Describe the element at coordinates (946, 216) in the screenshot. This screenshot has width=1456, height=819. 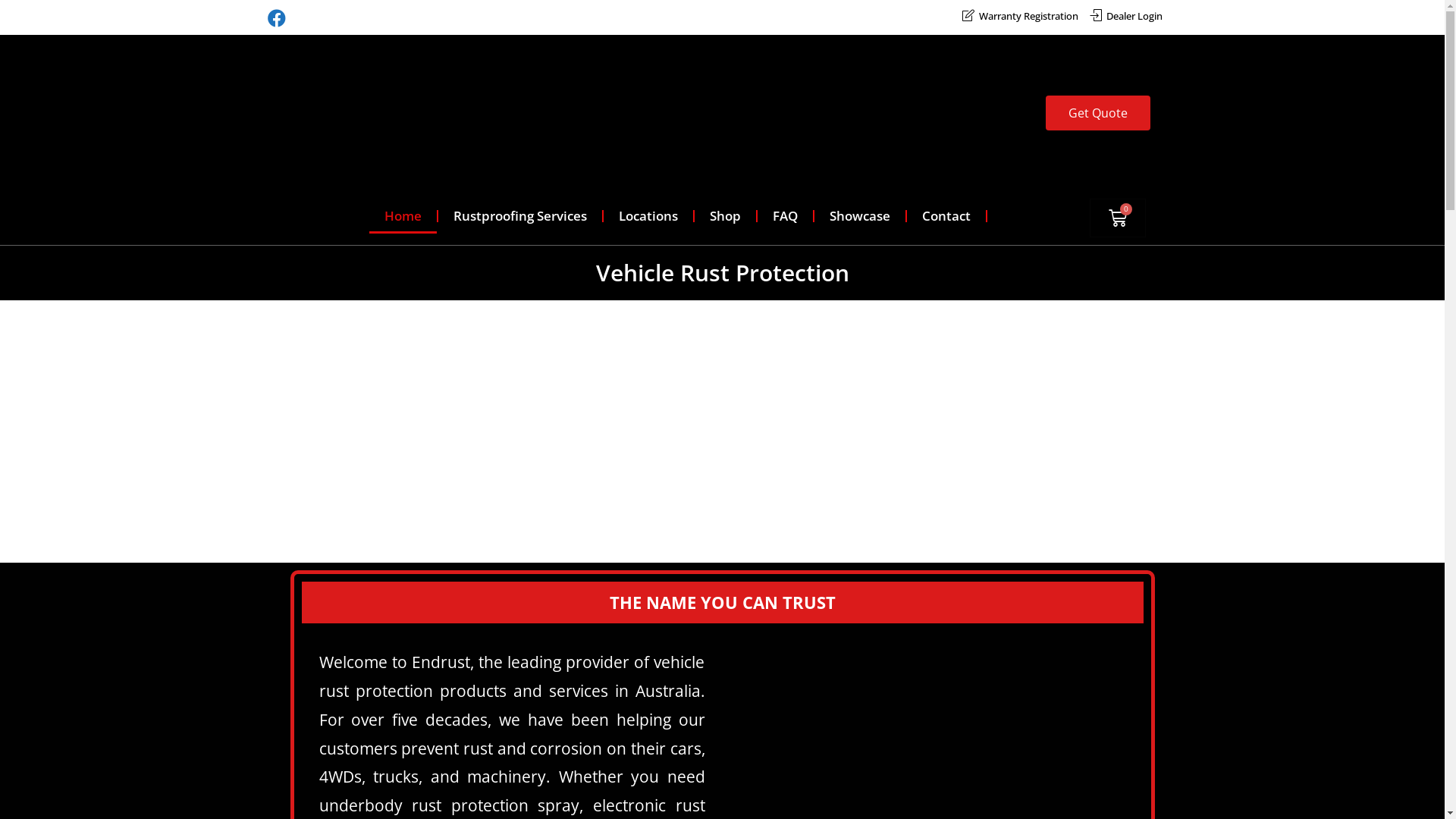
I see `'Contact'` at that location.